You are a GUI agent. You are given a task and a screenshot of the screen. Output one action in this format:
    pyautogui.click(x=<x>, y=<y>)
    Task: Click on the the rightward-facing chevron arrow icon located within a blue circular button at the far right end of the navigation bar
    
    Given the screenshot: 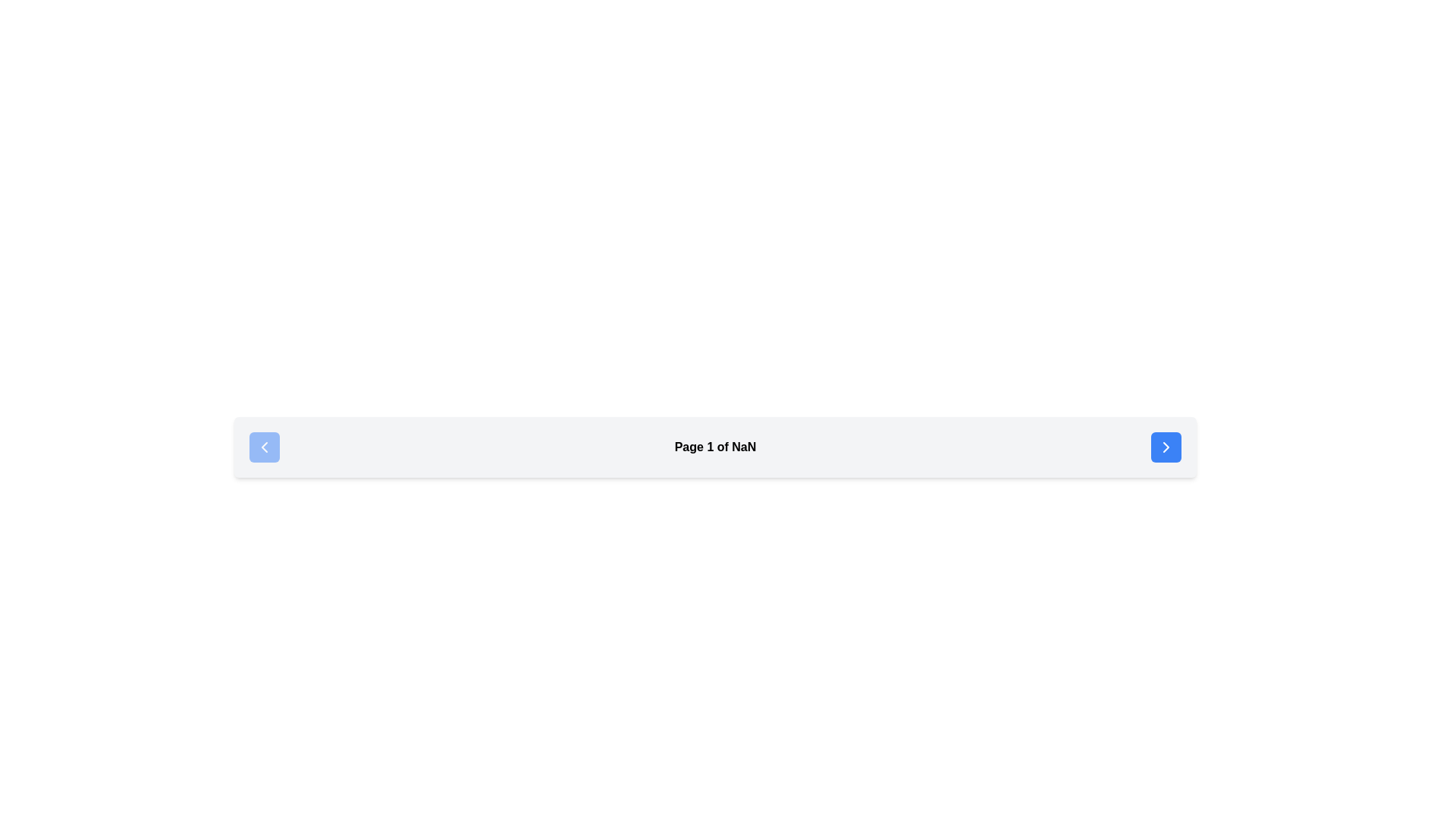 What is the action you would take?
    pyautogui.click(x=1165, y=447)
    